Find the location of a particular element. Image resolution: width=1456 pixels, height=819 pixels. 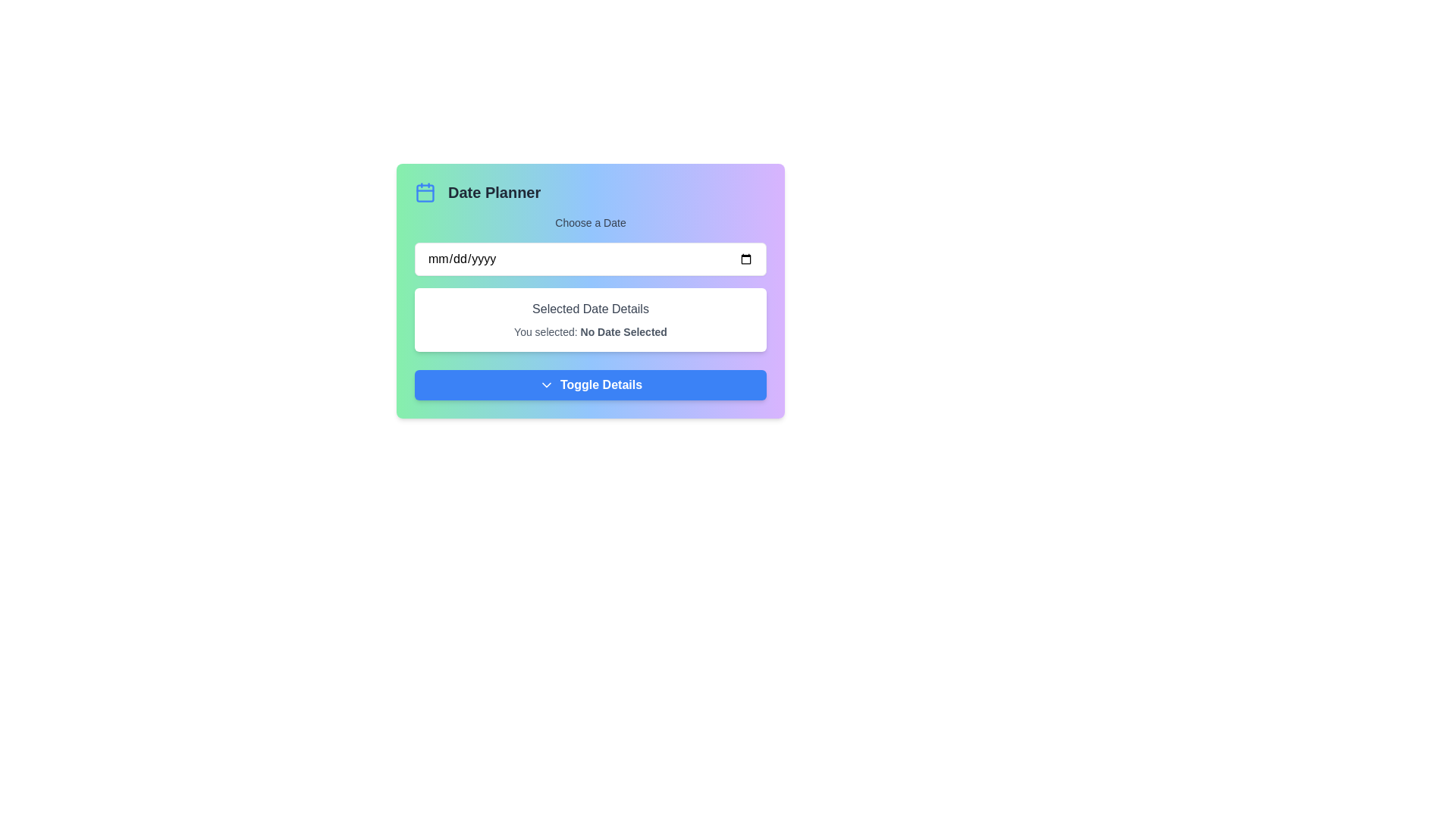

the Date picker input field labeled 'Choose a Date' is located at coordinates (589, 245).